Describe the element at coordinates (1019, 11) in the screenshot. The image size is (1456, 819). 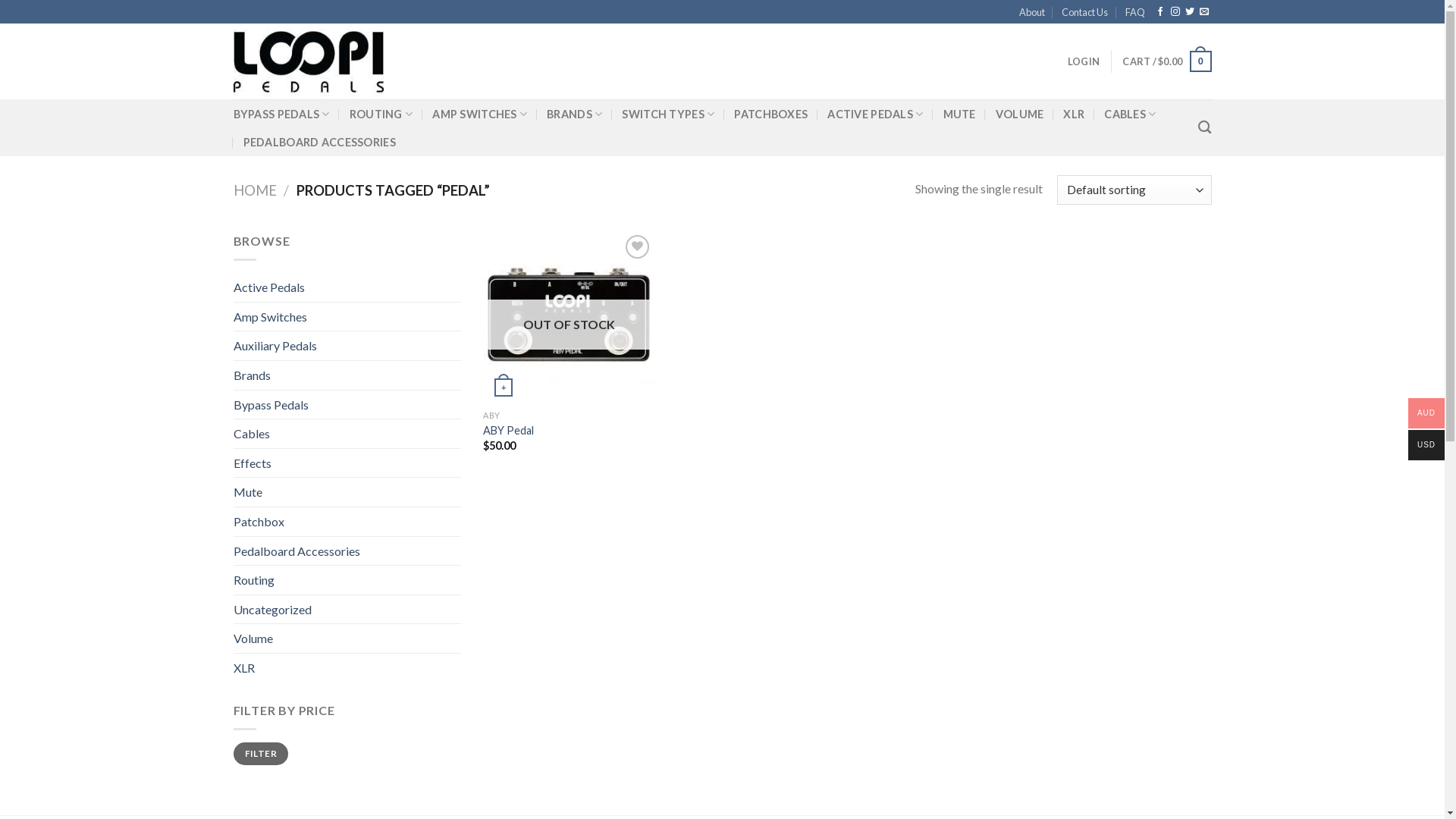
I see `'About'` at that location.